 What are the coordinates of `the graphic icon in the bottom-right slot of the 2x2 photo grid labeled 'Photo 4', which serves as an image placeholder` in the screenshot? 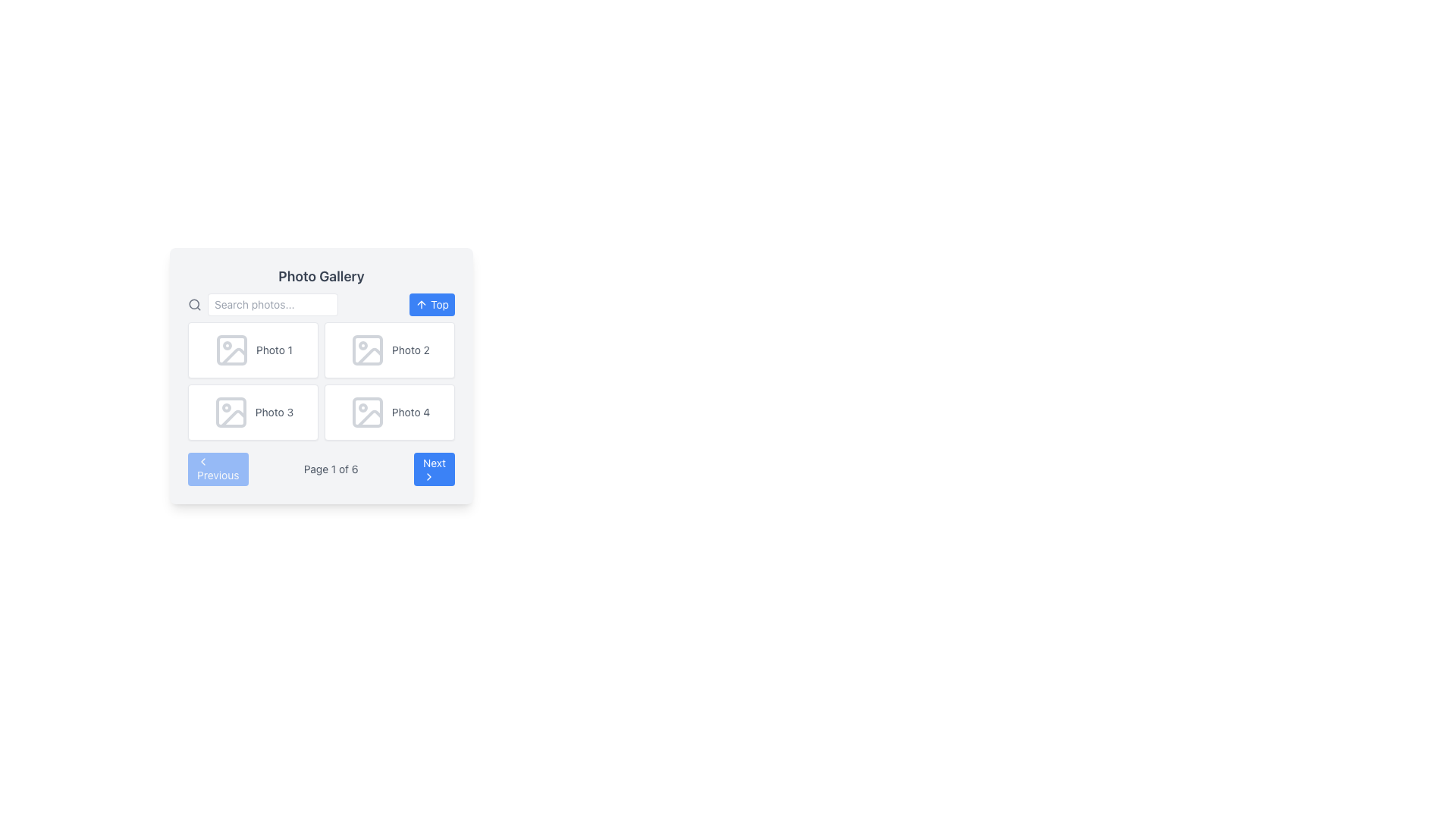 It's located at (367, 412).